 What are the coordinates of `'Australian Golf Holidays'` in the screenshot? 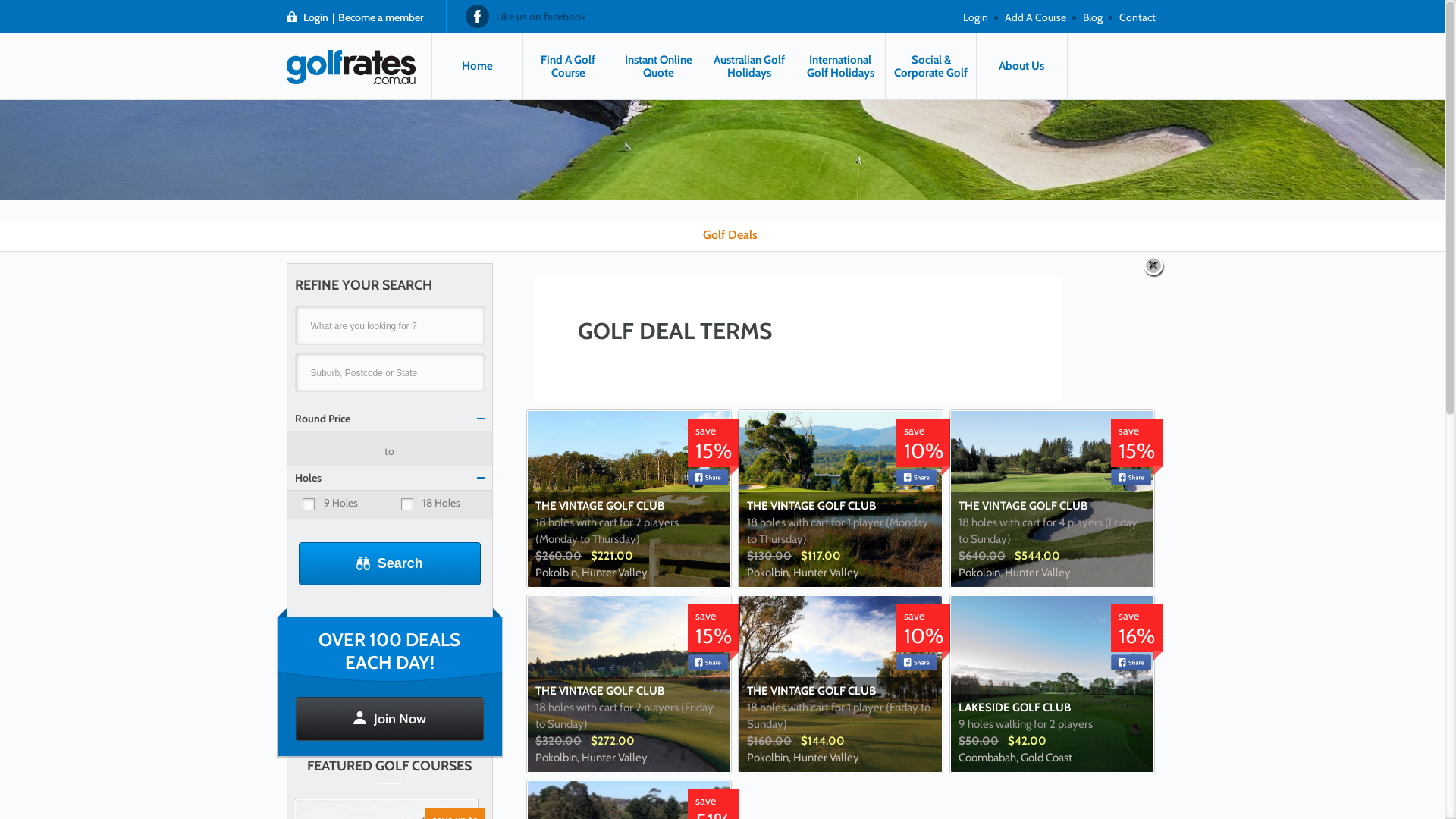 It's located at (704, 65).